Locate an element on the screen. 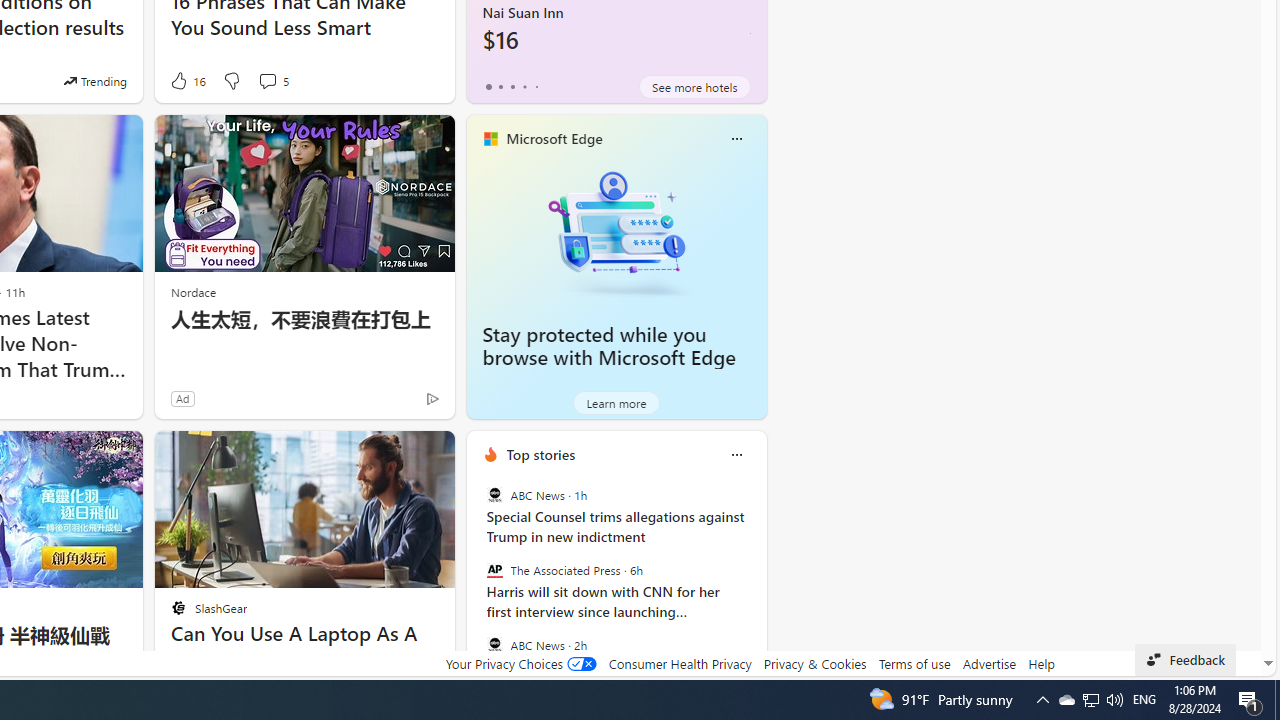 The image size is (1280, 720). 'Help' is located at coordinates (1040, 663).